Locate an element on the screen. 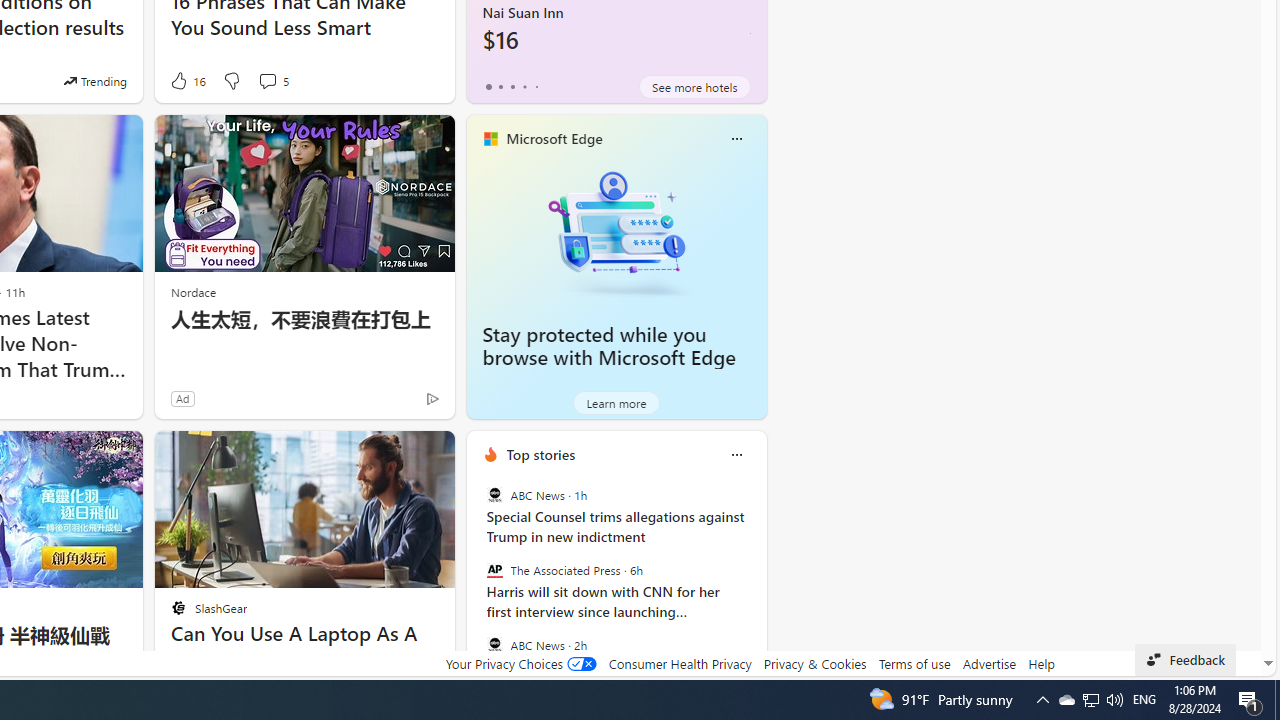 The image size is (1280, 720). 'Help' is located at coordinates (1040, 663).